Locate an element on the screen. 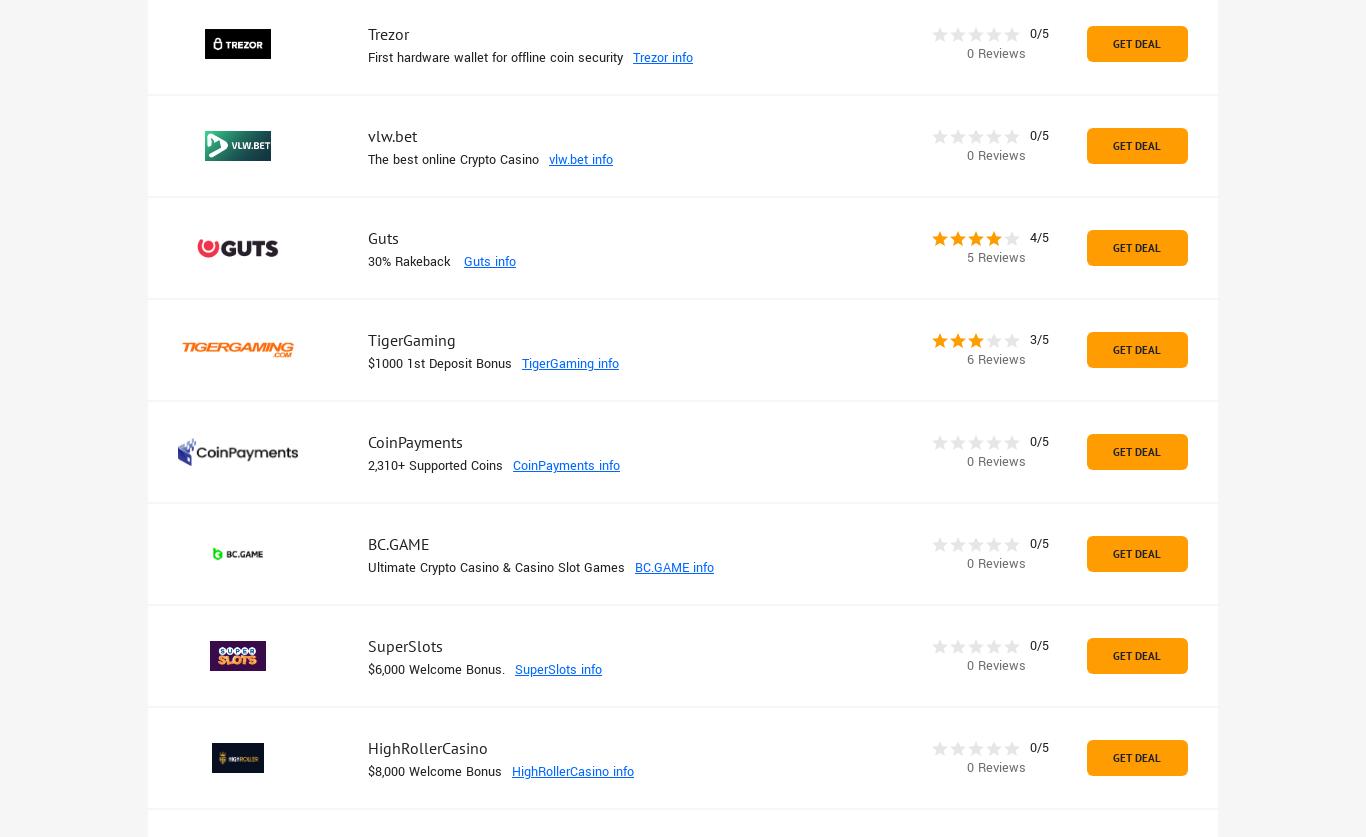  '3/5' is located at coordinates (1037, 339).